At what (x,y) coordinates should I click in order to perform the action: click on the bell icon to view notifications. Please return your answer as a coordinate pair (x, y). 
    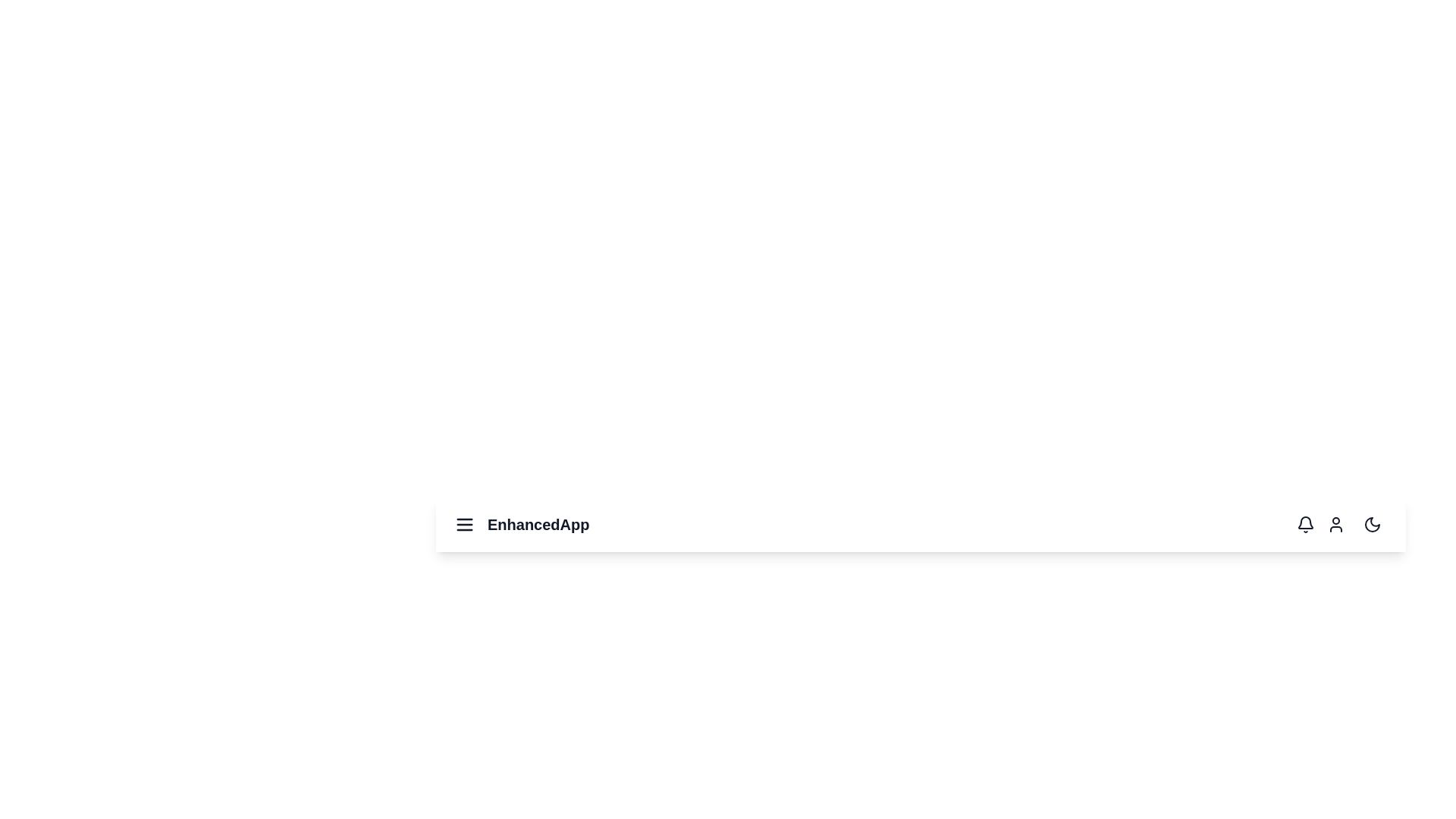
    Looking at the image, I should click on (1305, 523).